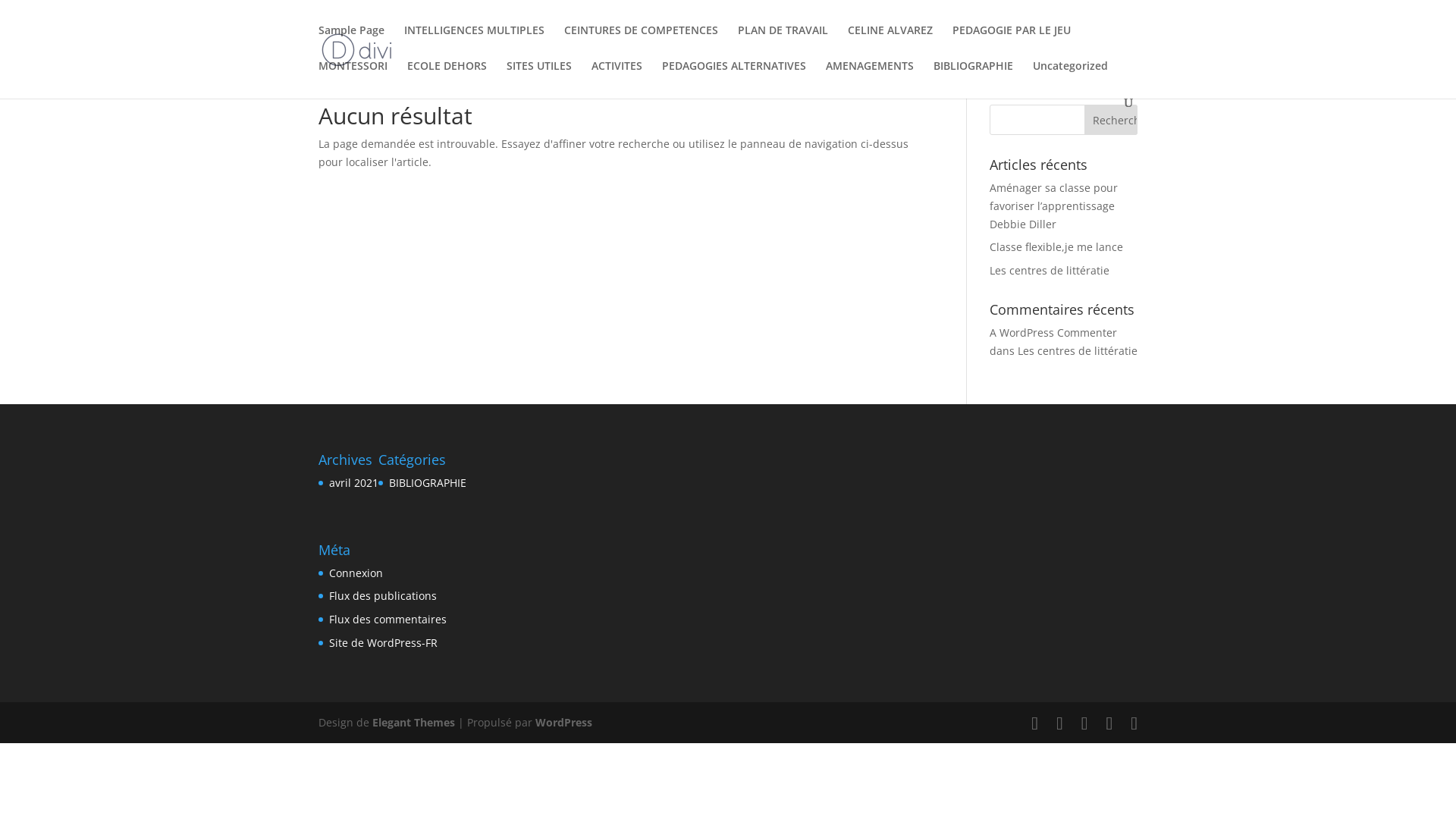  What do you see at coordinates (1012, 42) in the screenshot?
I see `'PEDAGOGIE PAR LE JEU'` at bounding box center [1012, 42].